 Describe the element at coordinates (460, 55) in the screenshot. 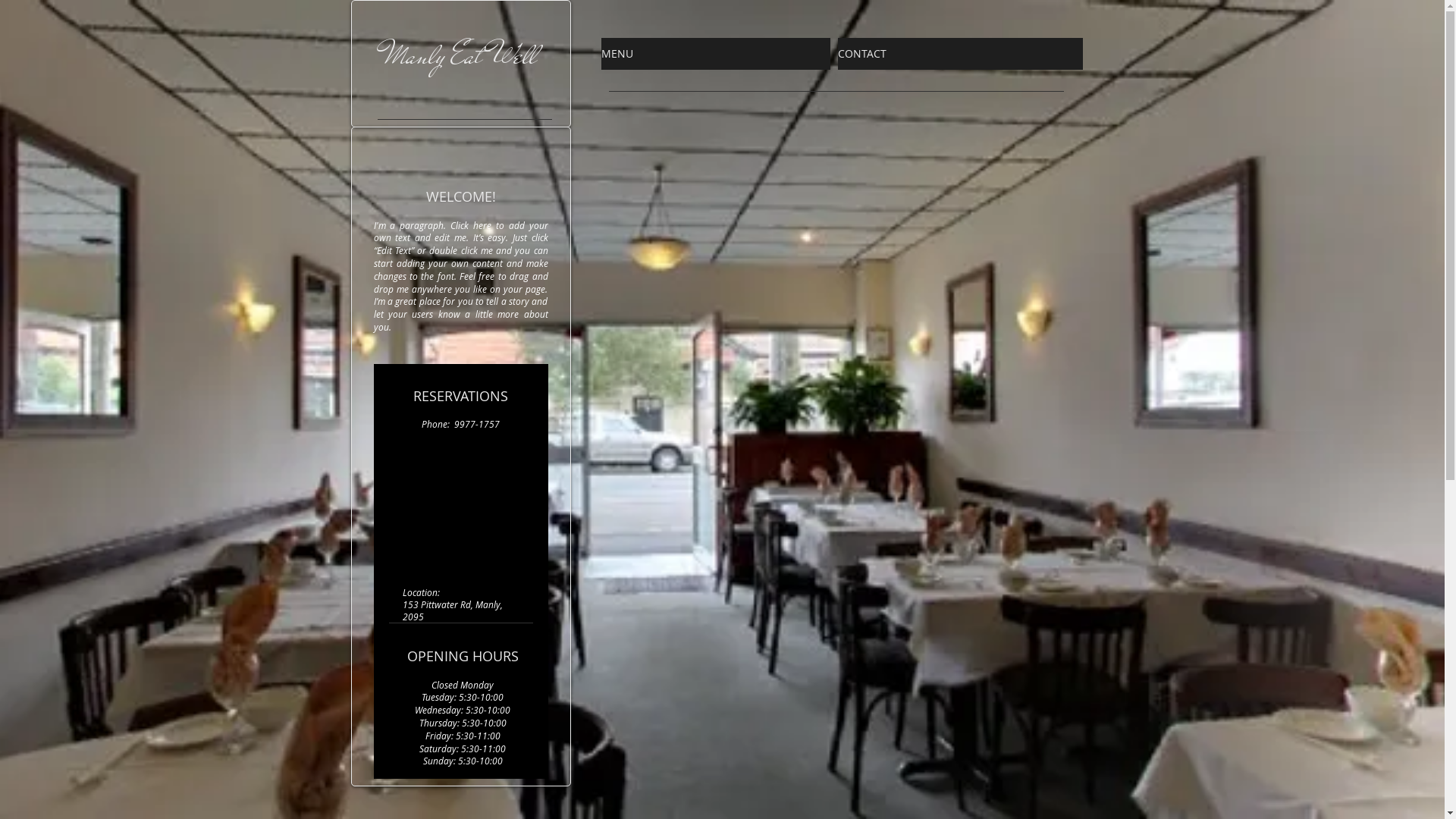

I see `'Manly Eat Well'` at that location.